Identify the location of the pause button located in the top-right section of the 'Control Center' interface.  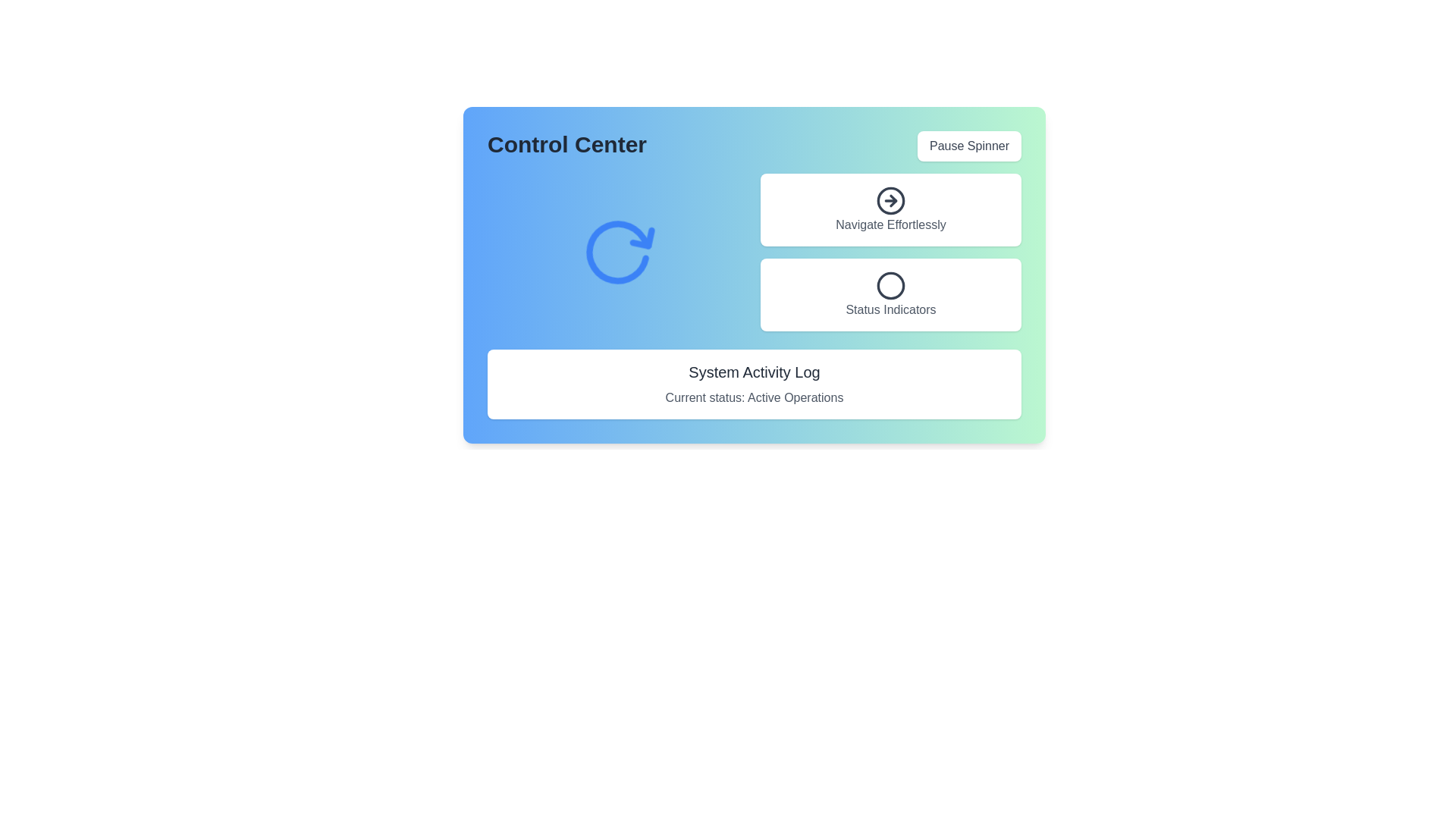
(968, 146).